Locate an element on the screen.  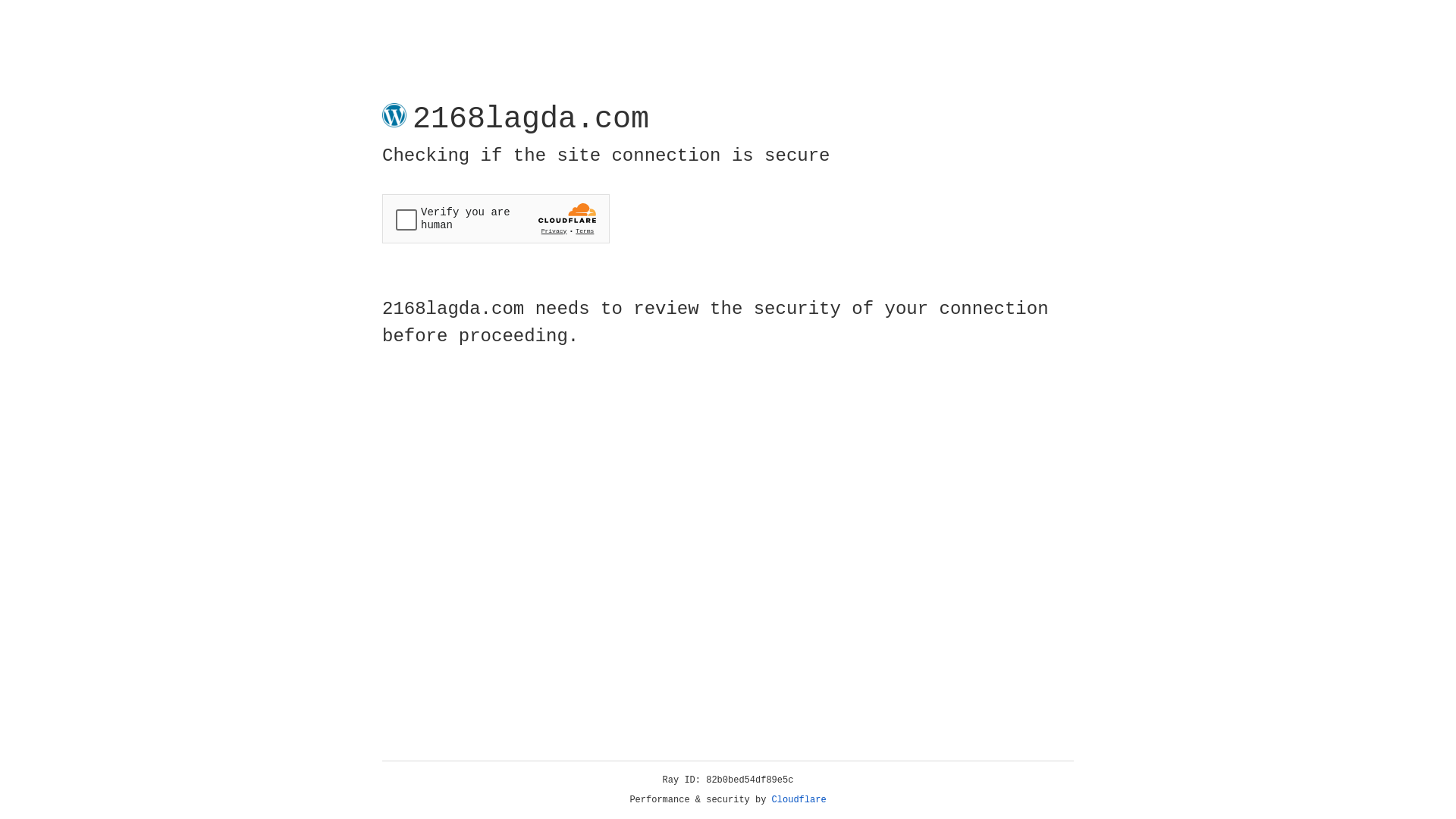
'Widget containing a Cloudflare security challenge' is located at coordinates (495, 218).